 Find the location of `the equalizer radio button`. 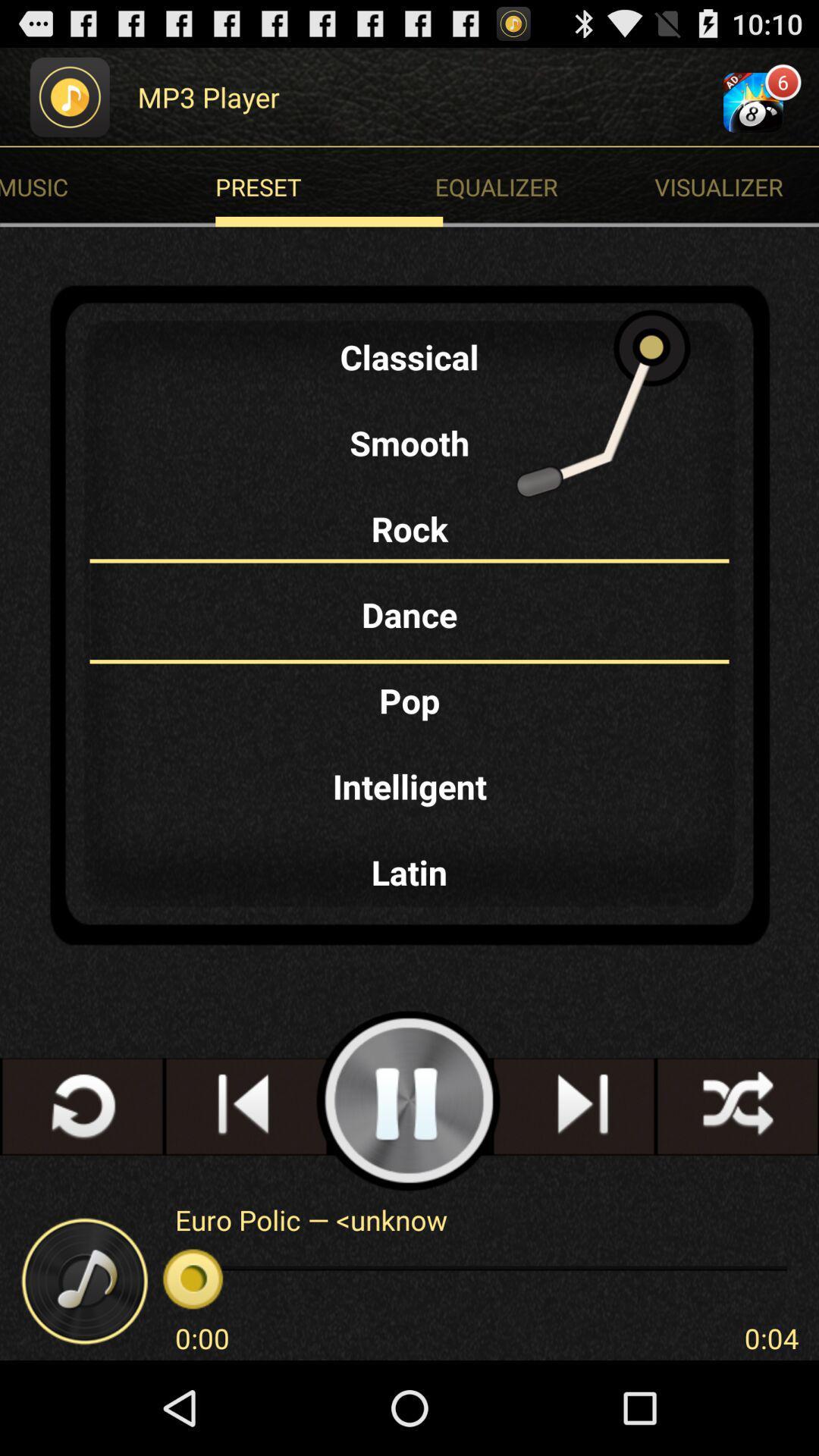

the equalizer radio button is located at coordinates (548, 186).